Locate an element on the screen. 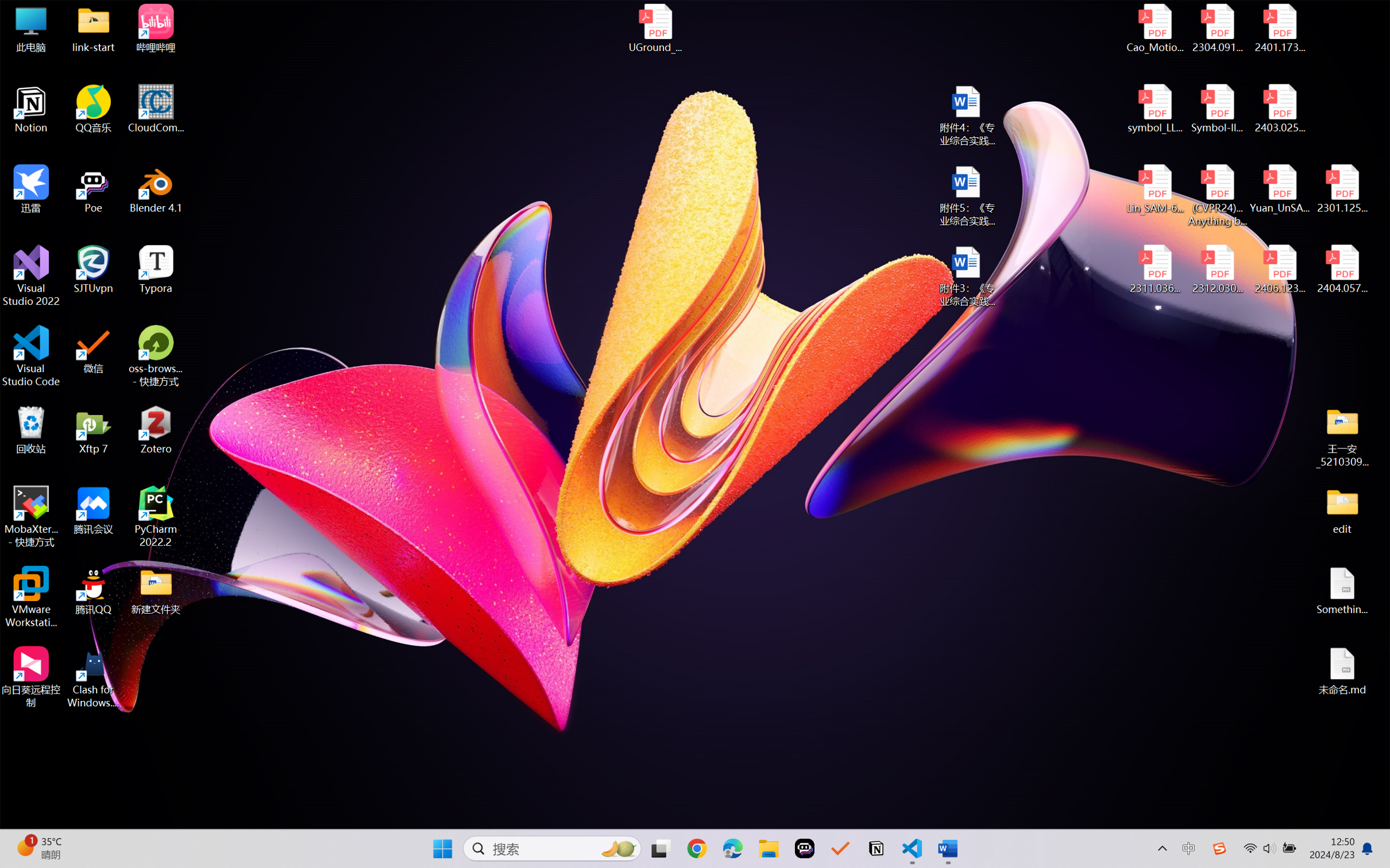 The height and width of the screenshot is (868, 1390). '2301.12597v3.pdf' is located at coordinates (1341, 188).